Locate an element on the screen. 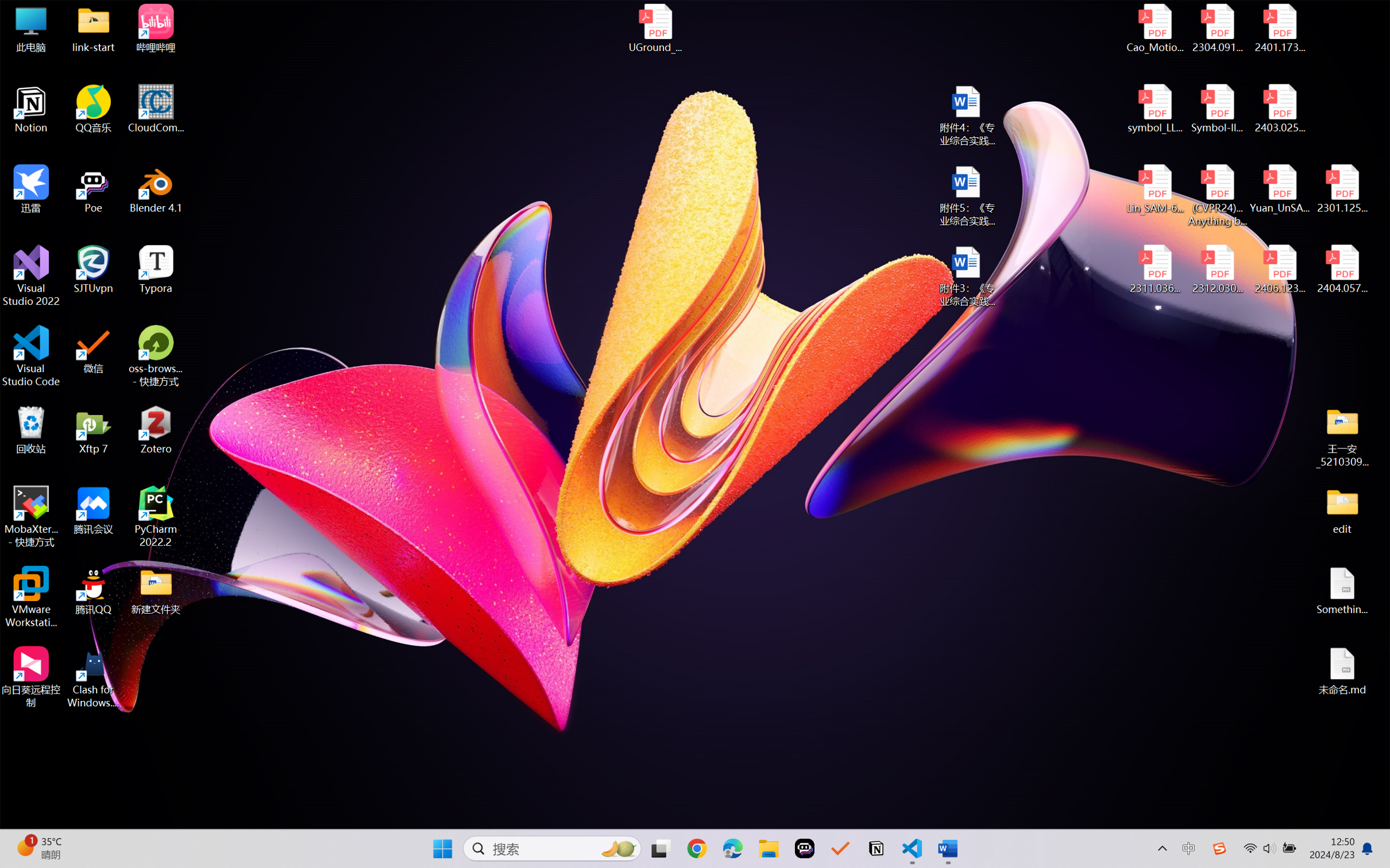 The height and width of the screenshot is (868, 1390). '2301.12597v3.pdf' is located at coordinates (1341, 188).